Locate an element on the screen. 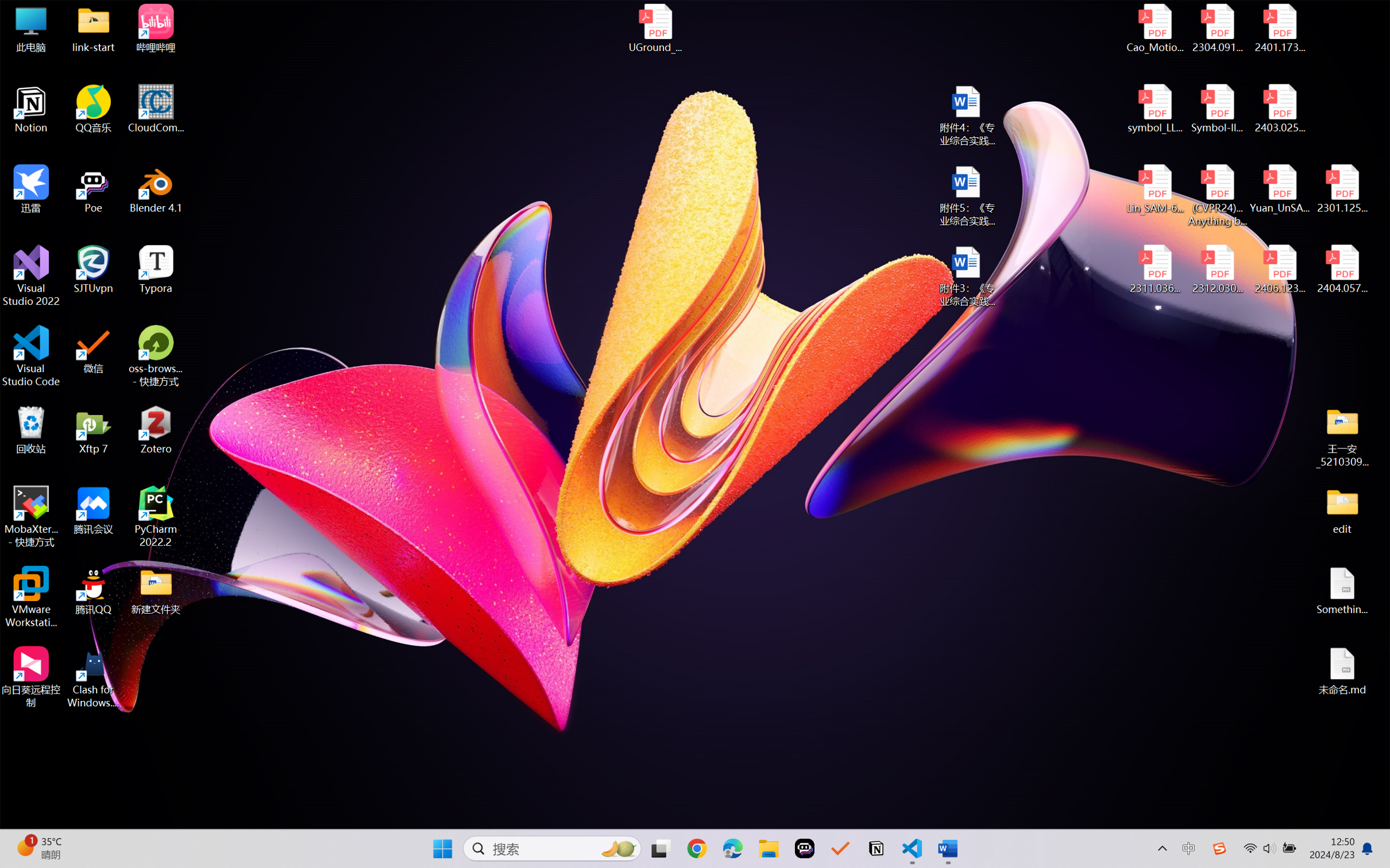 The height and width of the screenshot is (868, 1390). '2301.12597v3.pdf' is located at coordinates (1341, 188).